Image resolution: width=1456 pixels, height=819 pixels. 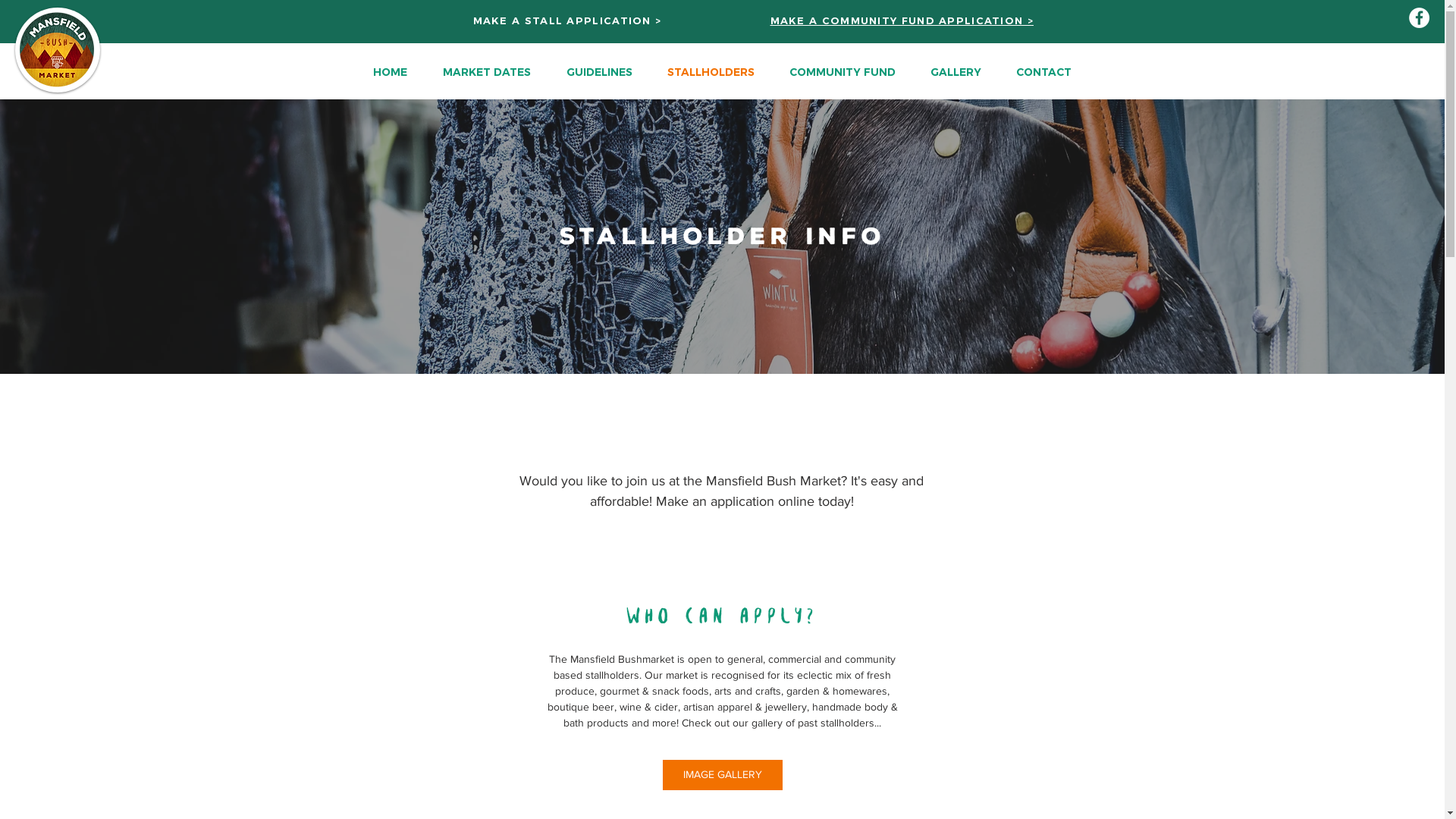 I want to click on 'IMAGE GALLERY', so click(x=722, y=775).